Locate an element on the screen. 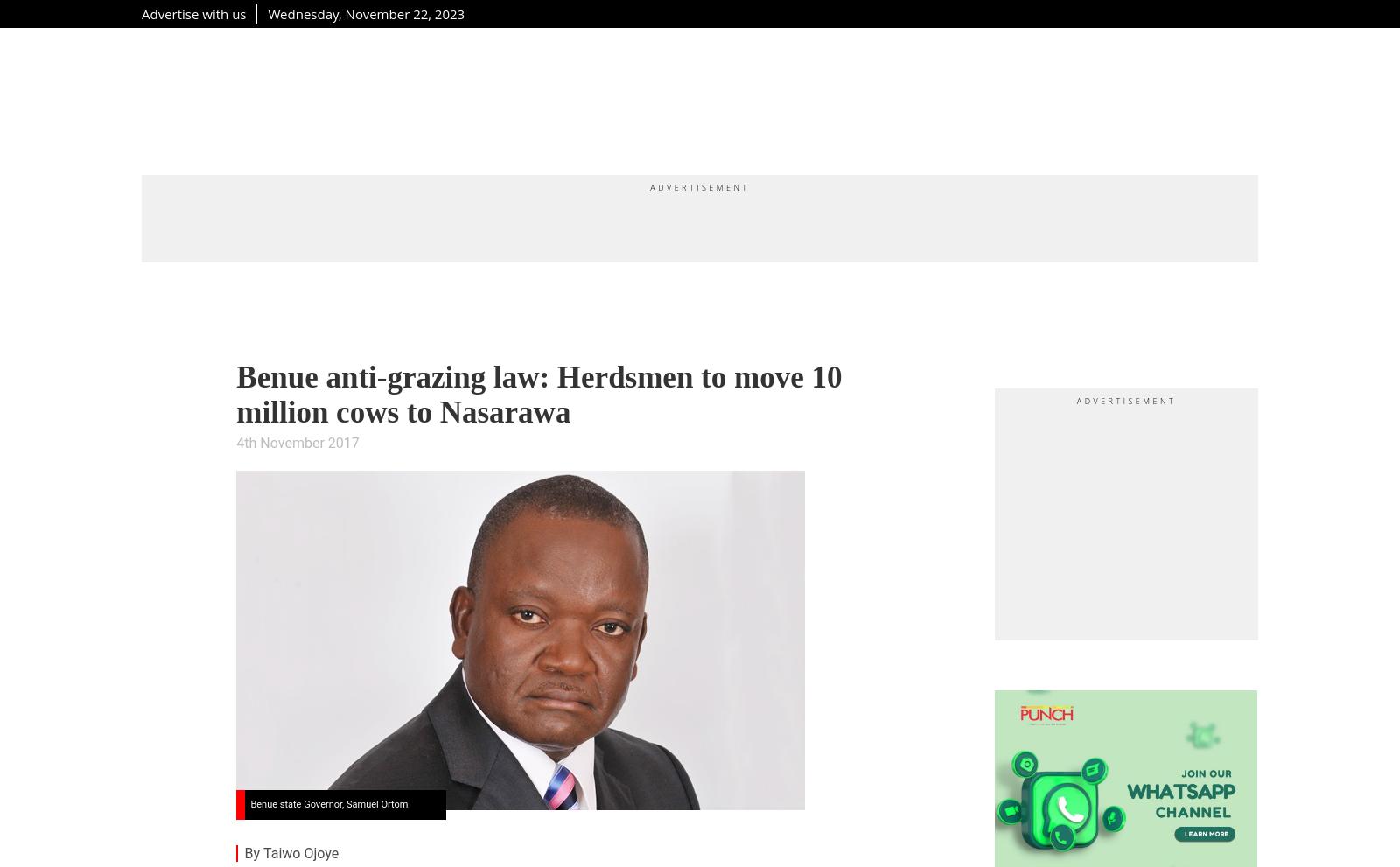 Image resolution: width=1400 pixels, height=867 pixels. 'Most Widely Read Newspaper' is located at coordinates (709, 66).